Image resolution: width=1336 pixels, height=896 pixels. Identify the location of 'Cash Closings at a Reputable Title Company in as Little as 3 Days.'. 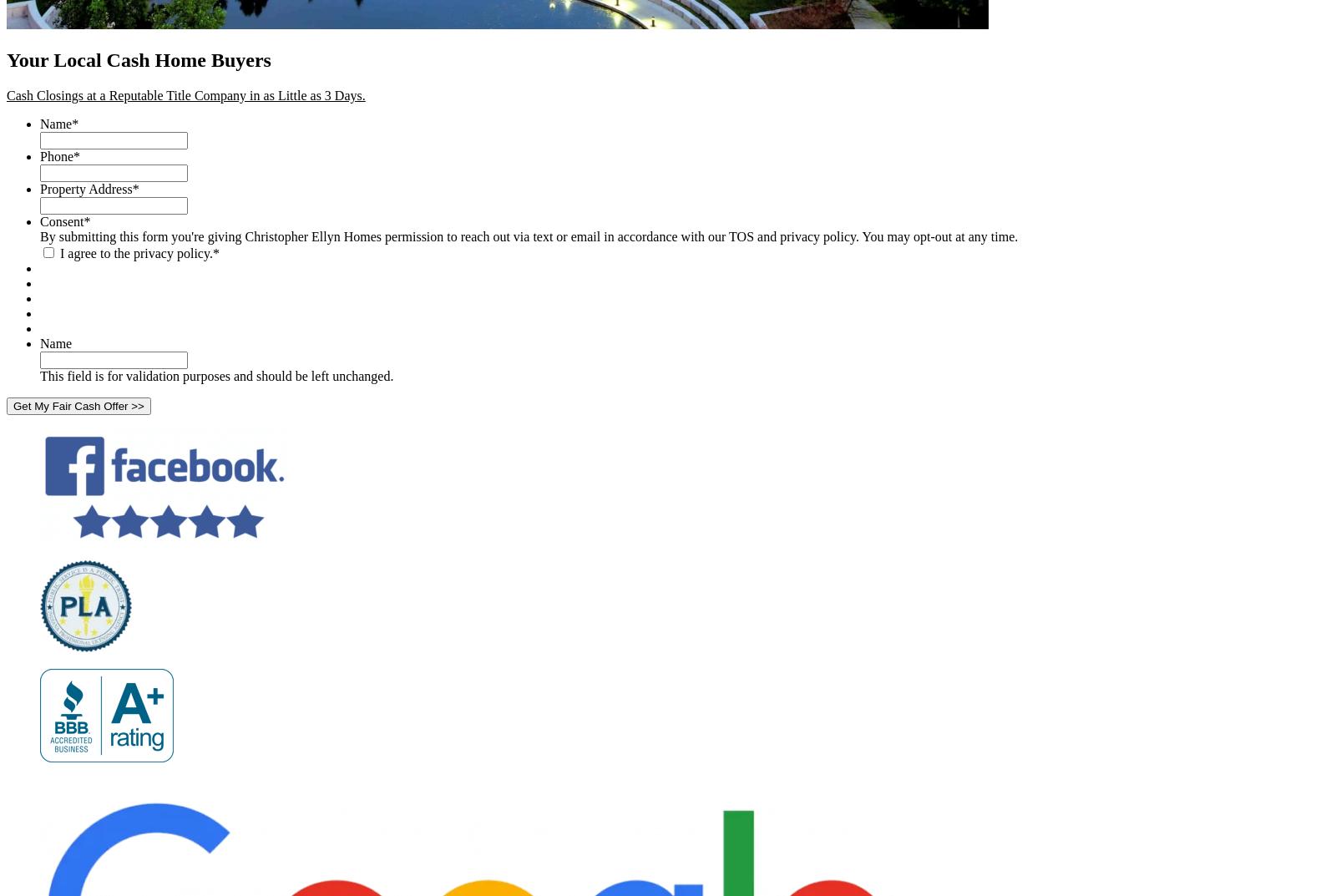
(185, 94).